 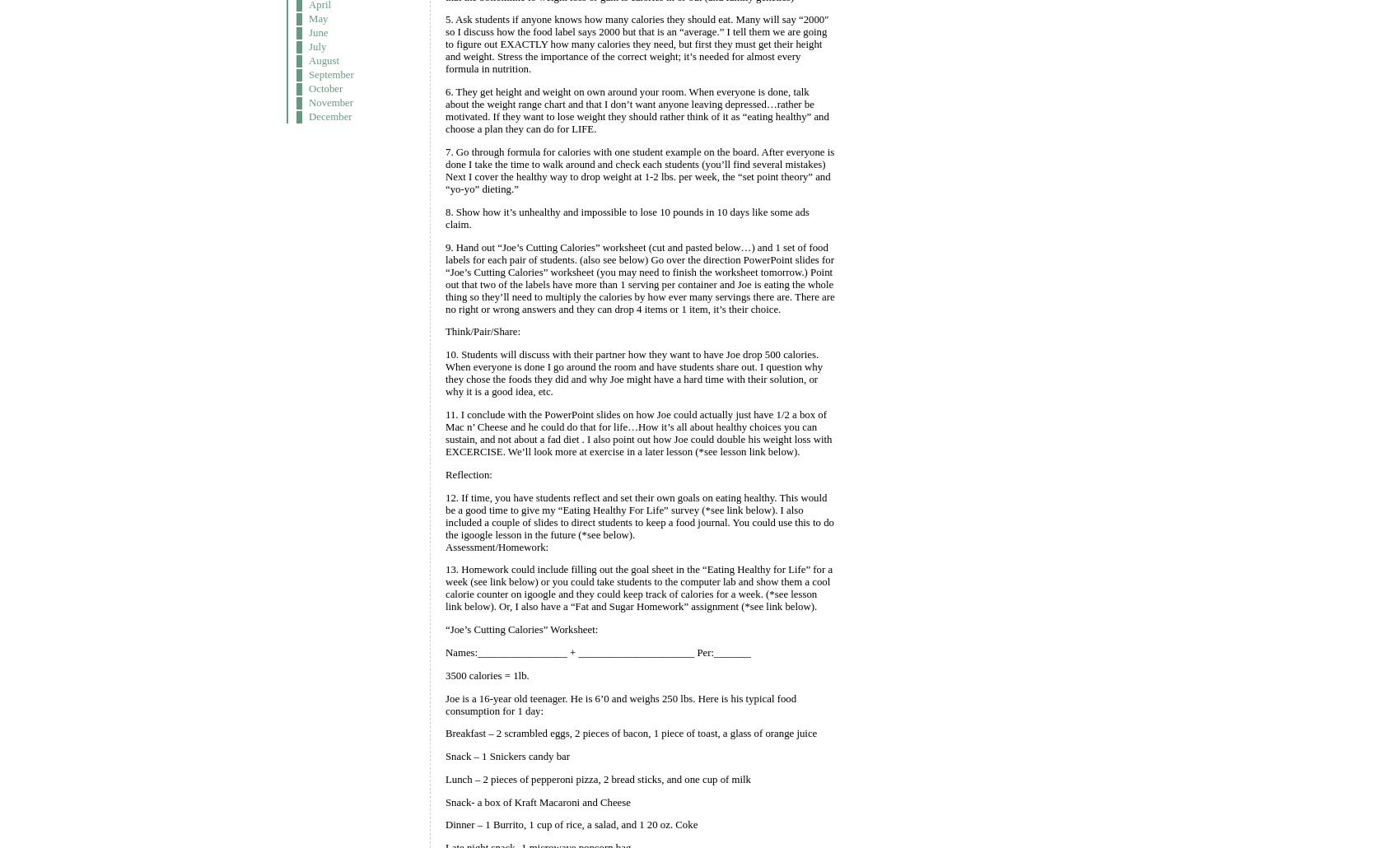 I want to click on 'Joe is a 16-year old teenager. He is 6’0 and weighs 250 lbs. Here is his typical food consumption for 1 day:', so click(x=619, y=703).